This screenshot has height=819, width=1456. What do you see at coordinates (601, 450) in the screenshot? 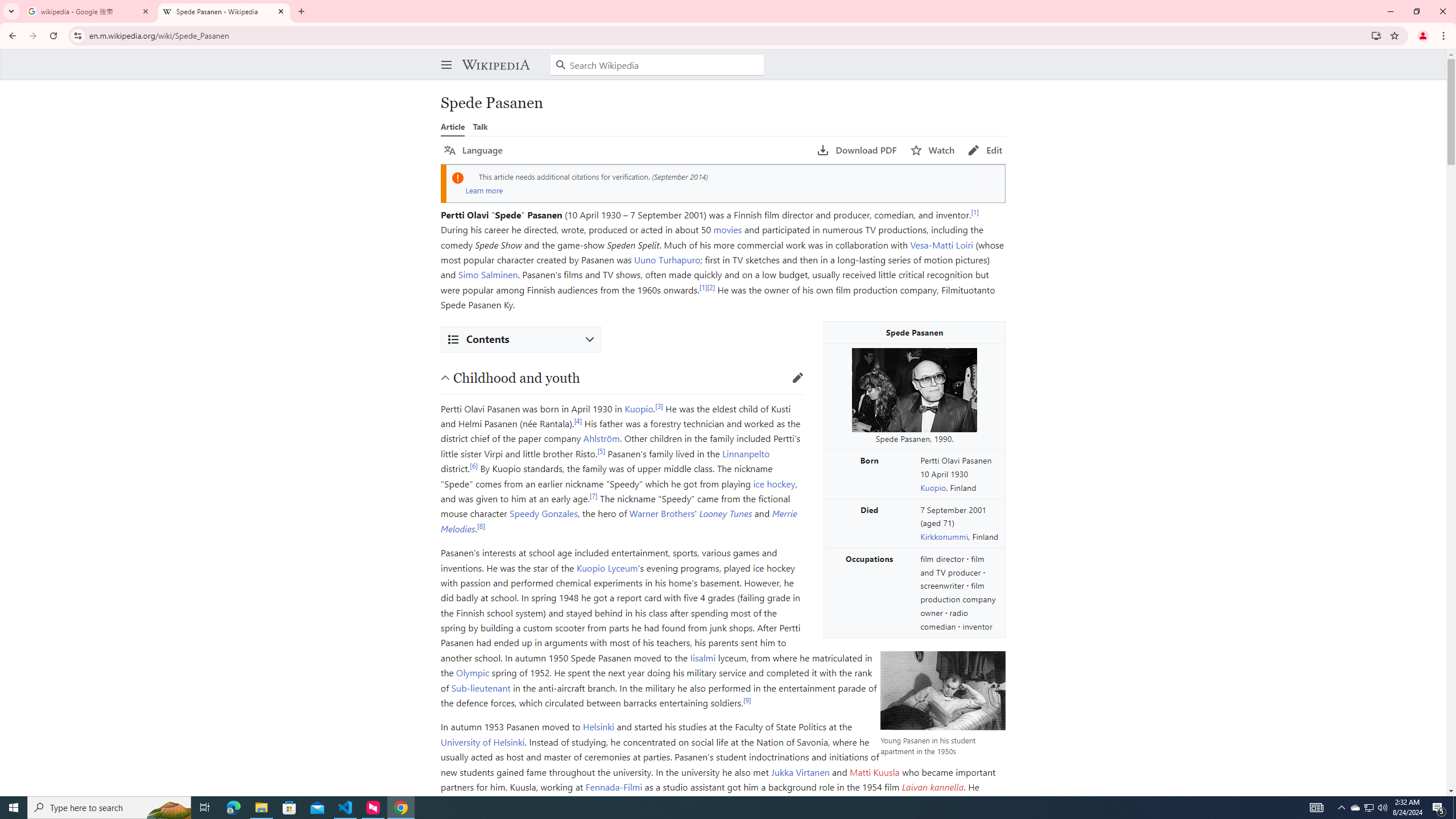
I see `'[5]'` at bounding box center [601, 450].